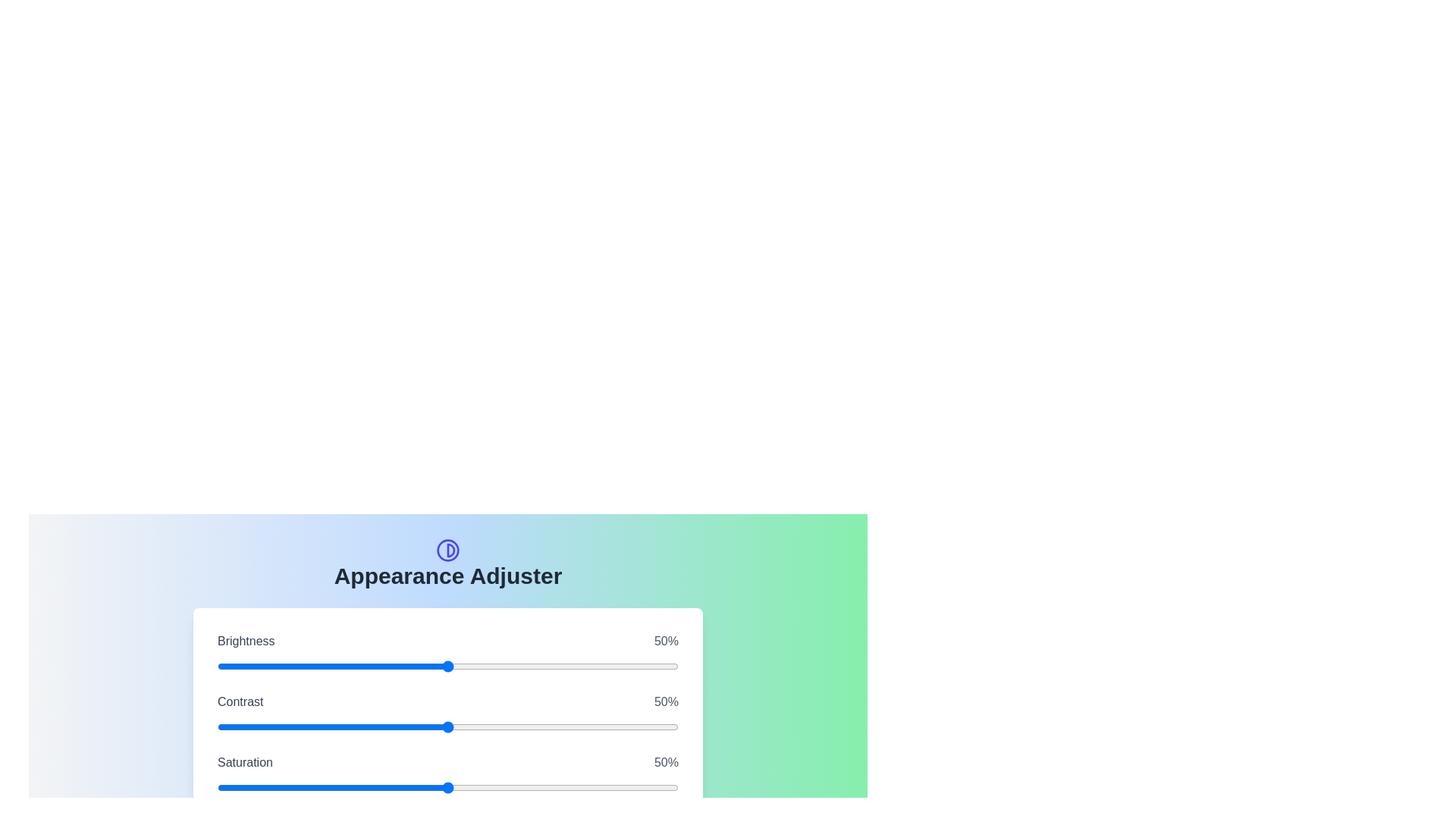  I want to click on the 1 slider to 59%, so click(583, 726).